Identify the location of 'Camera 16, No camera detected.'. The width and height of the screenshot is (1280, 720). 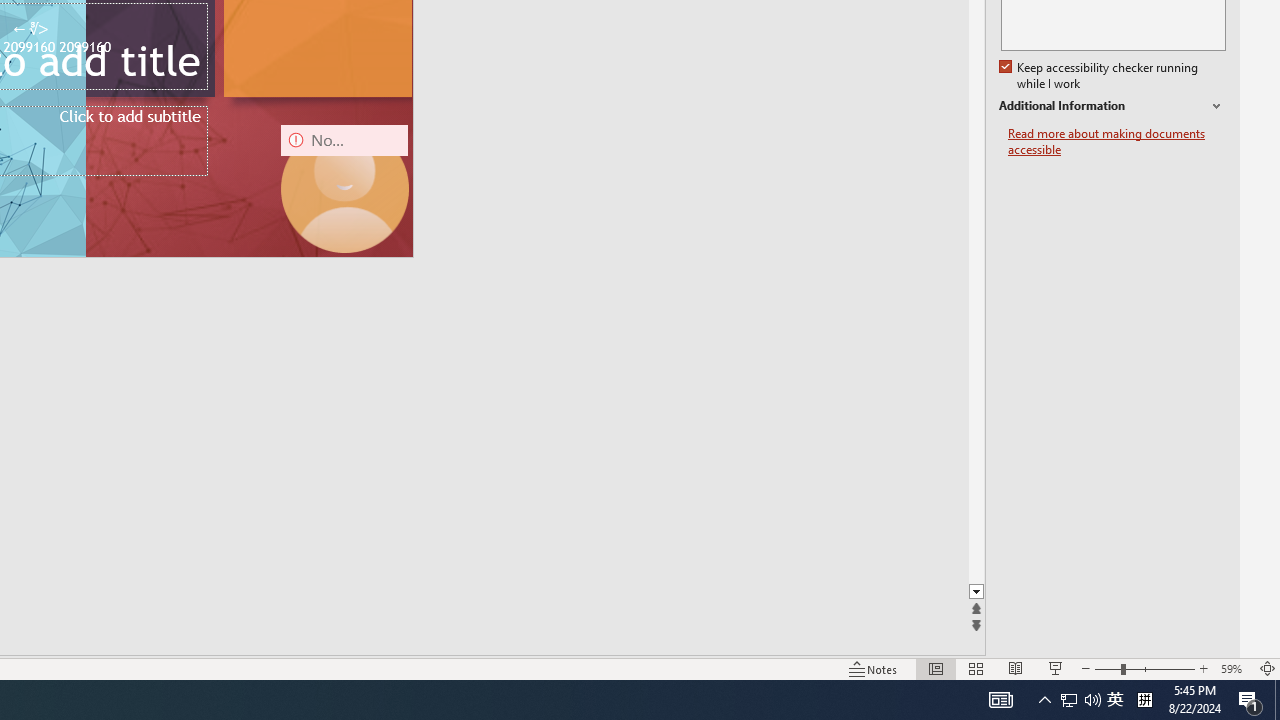
(344, 188).